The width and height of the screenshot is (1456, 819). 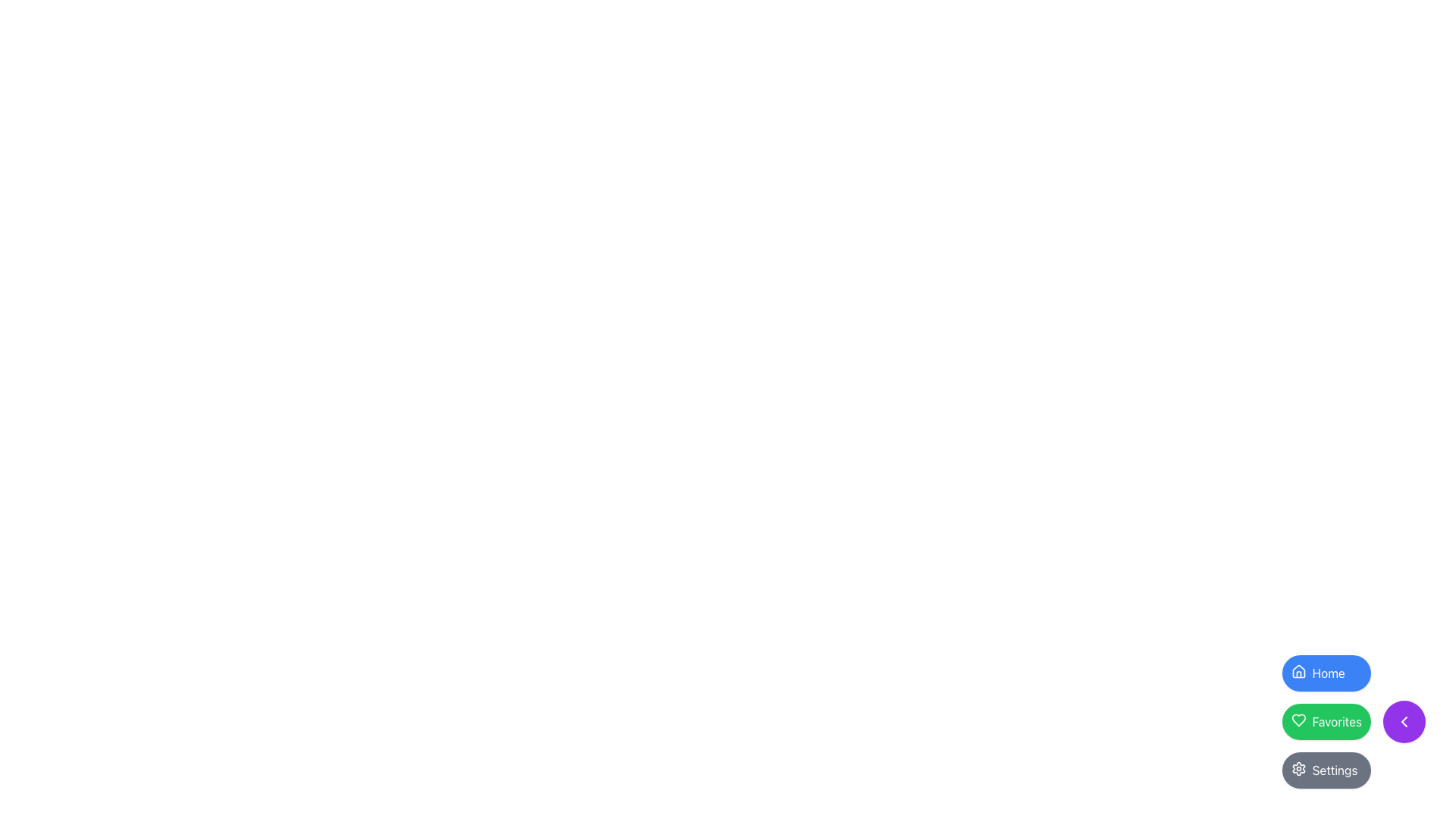 I want to click on the stylized house icon outlined in a thin stroke within a blue circular area, located near the top of the blue button labeled 'Home', so click(x=1298, y=670).